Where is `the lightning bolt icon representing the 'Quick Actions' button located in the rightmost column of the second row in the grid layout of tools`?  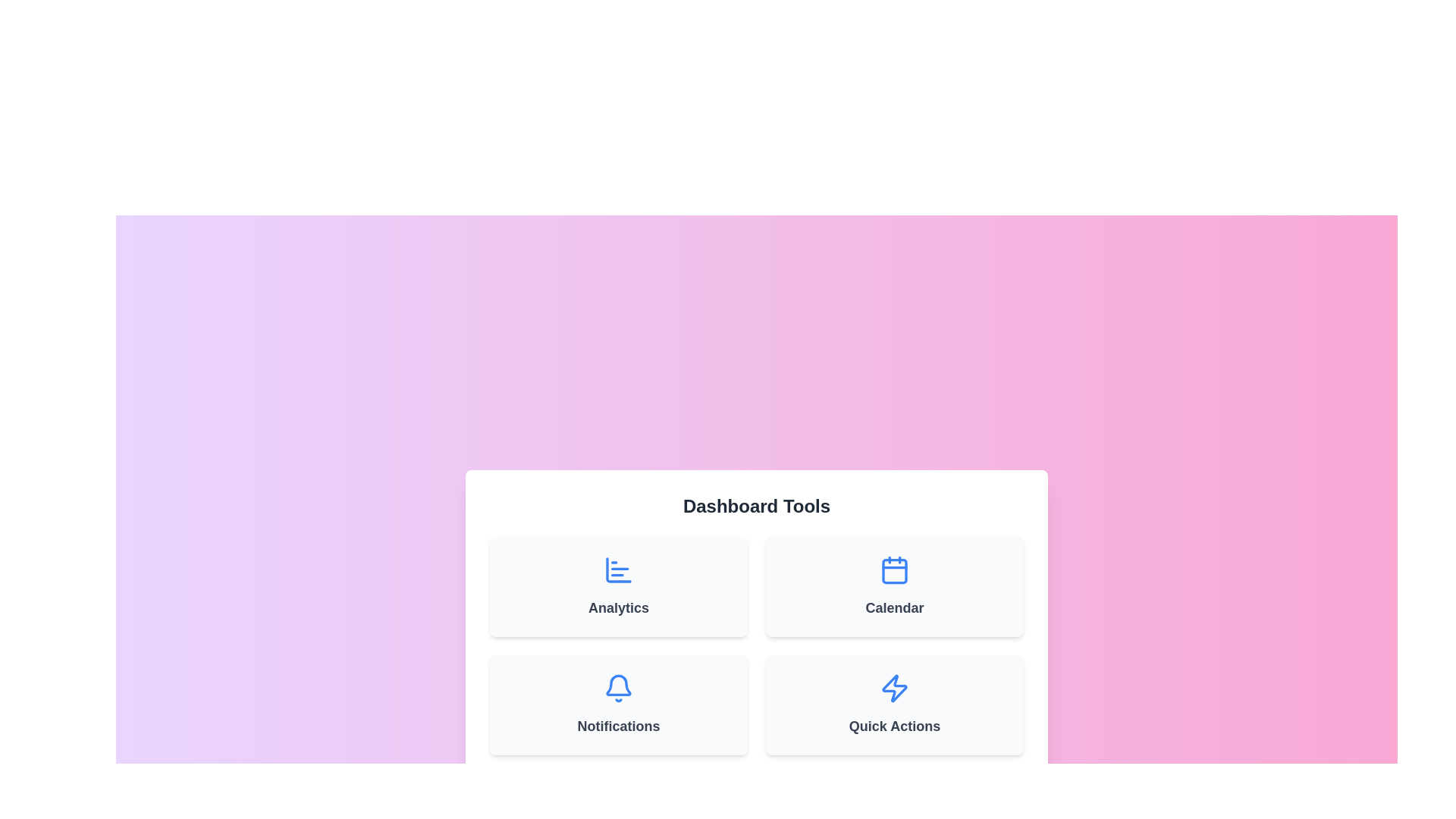 the lightning bolt icon representing the 'Quick Actions' button located in the rightmost column of the second row in the grid layout of tools is located at coordinates (895, 688).